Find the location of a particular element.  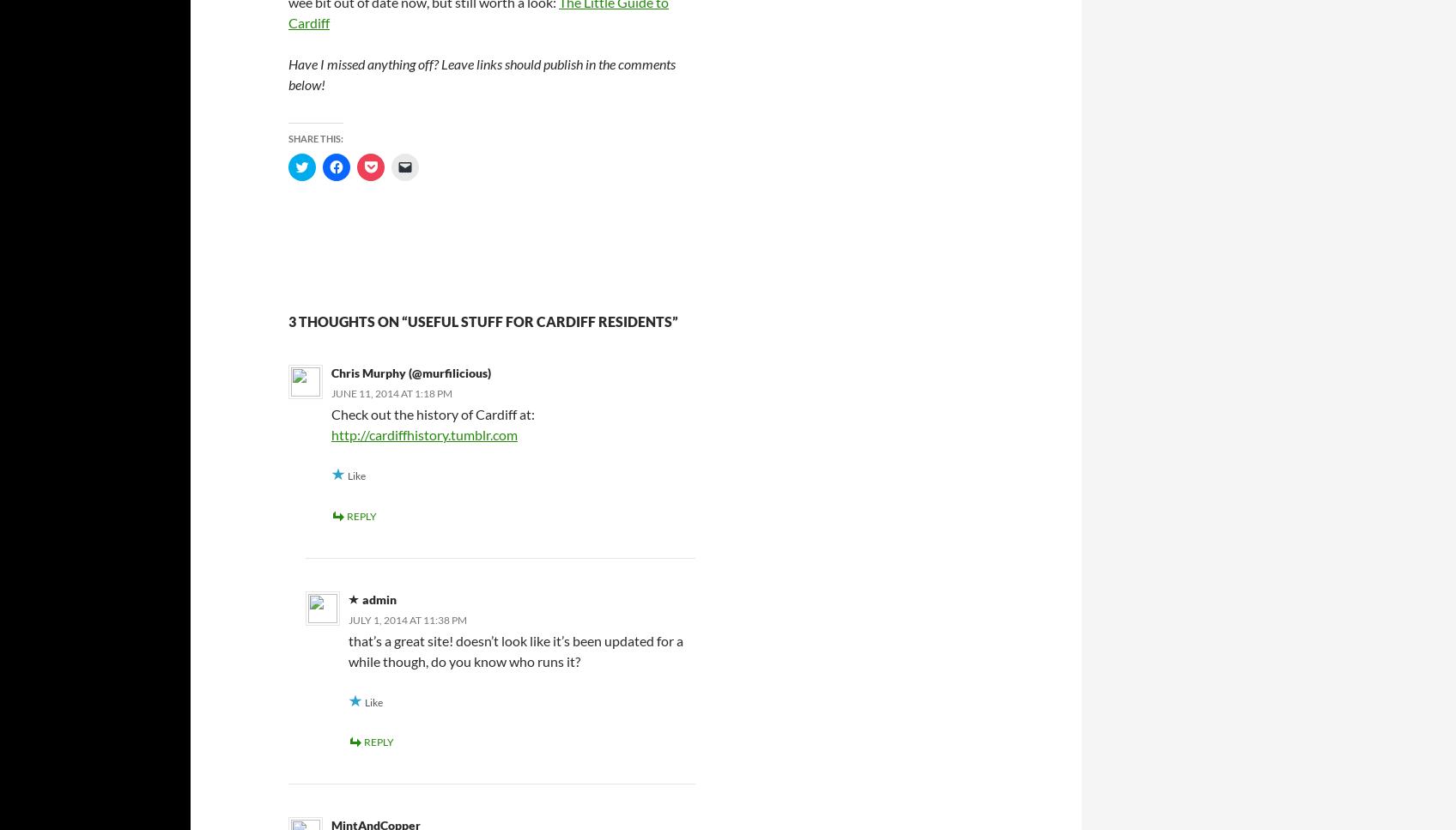

'Check out the history of Cardiff at:' is located at coordinates (432, 414).